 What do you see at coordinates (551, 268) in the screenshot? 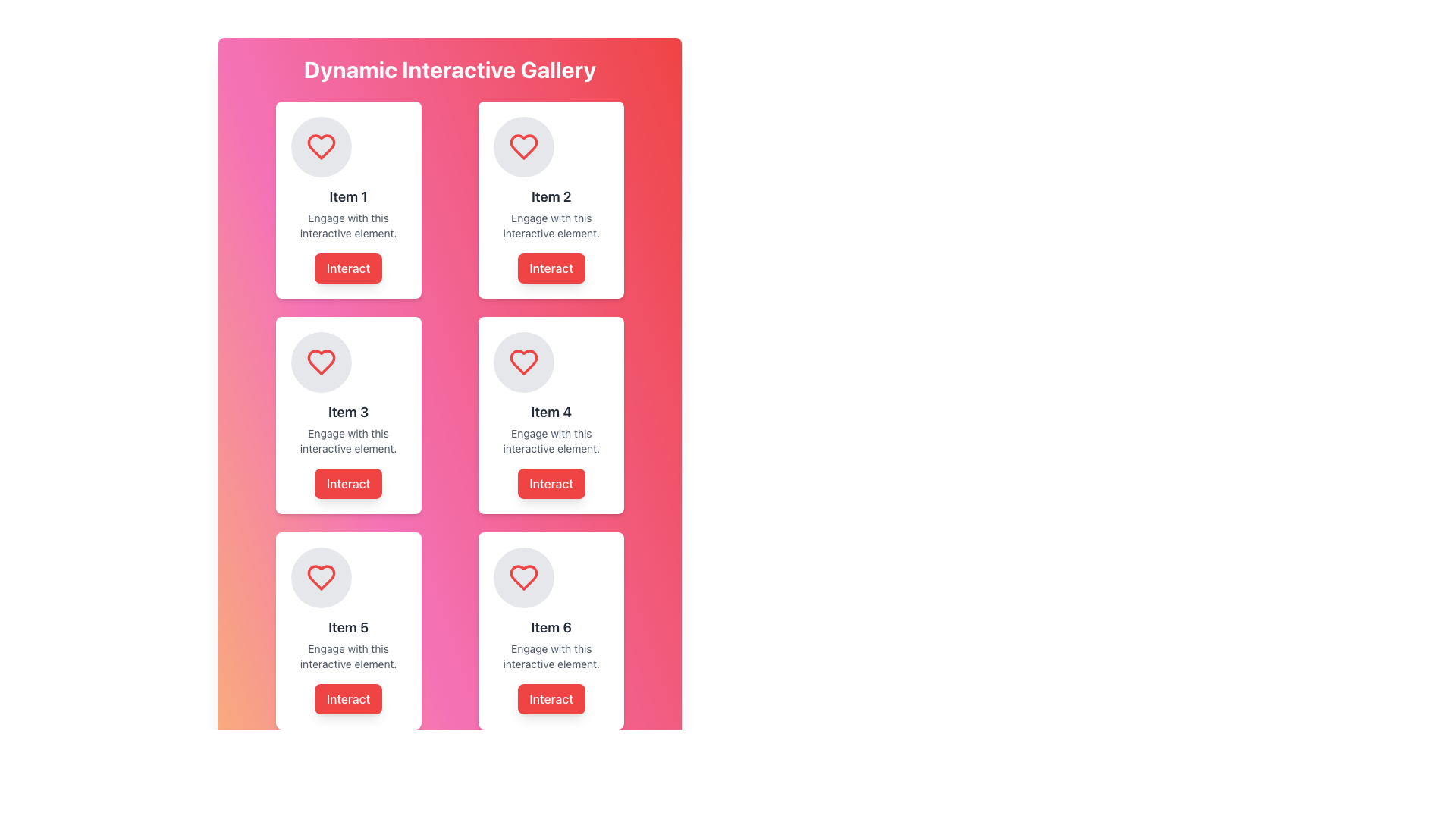
I see `the 'Interact' button, which is a rectangular button with rounded corners, a red background, and white text, located within the card labeled 'Item 2' in the second column and first row of the grid layout` at bounding box center [551, 268].